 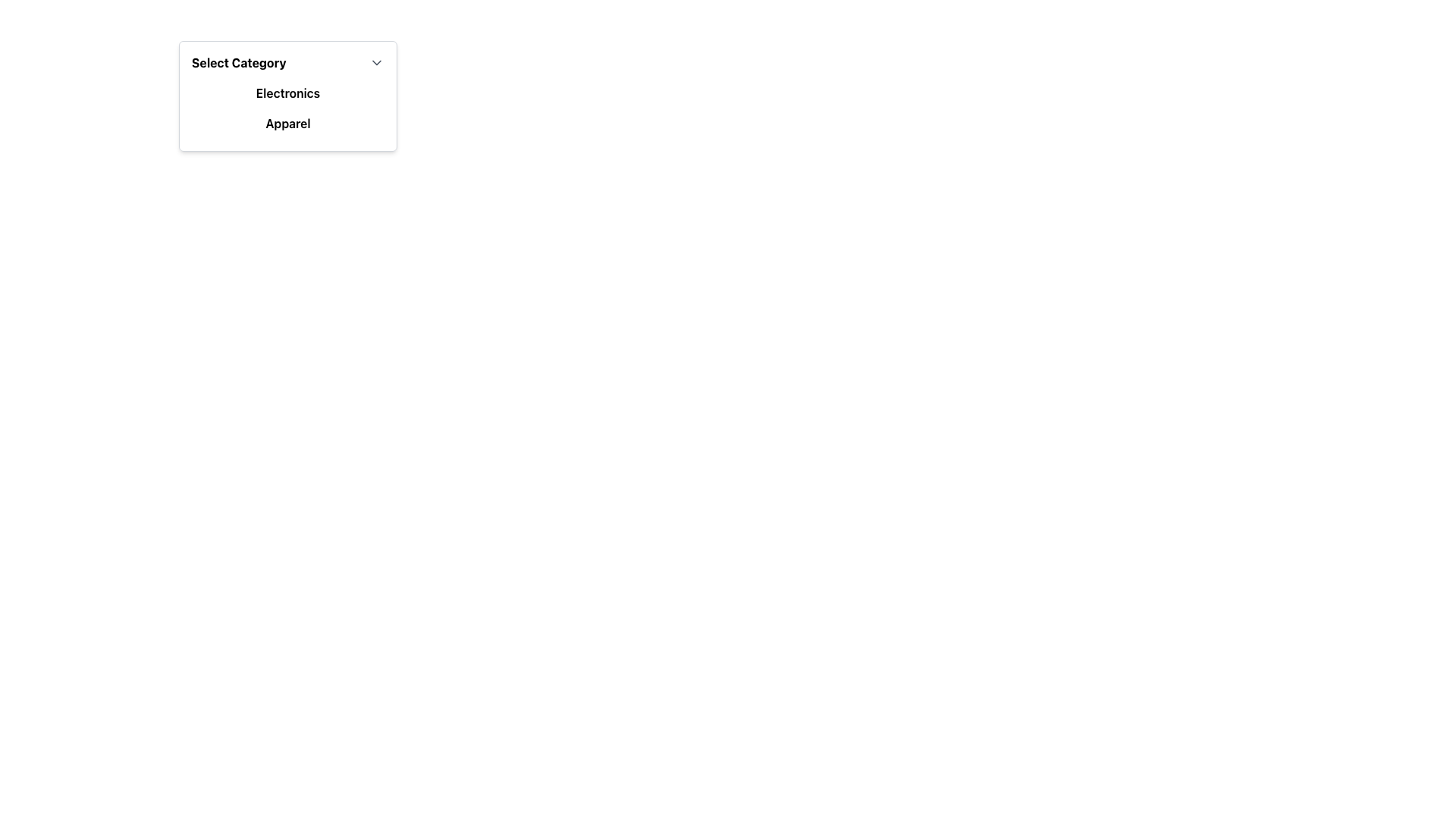 What do you see at coordinates (287, 93) in the screenshot?
I see `the 'Electronics' category button in the dropdown menu` at bounding box center [287, 93].